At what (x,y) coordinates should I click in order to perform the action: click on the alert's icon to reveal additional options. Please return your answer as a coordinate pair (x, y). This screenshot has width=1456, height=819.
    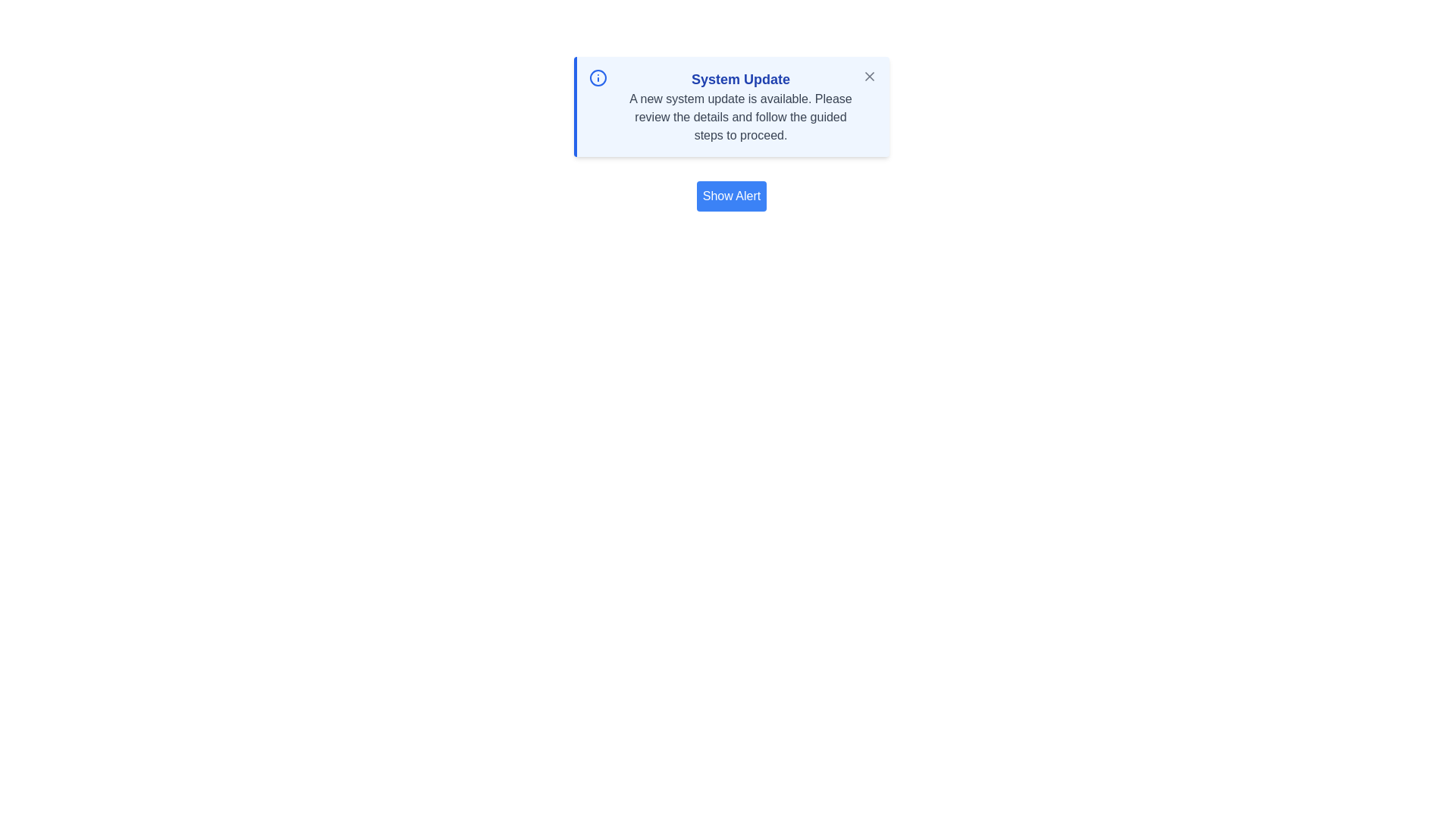
    Looking at the image, I should click on (597, 78).